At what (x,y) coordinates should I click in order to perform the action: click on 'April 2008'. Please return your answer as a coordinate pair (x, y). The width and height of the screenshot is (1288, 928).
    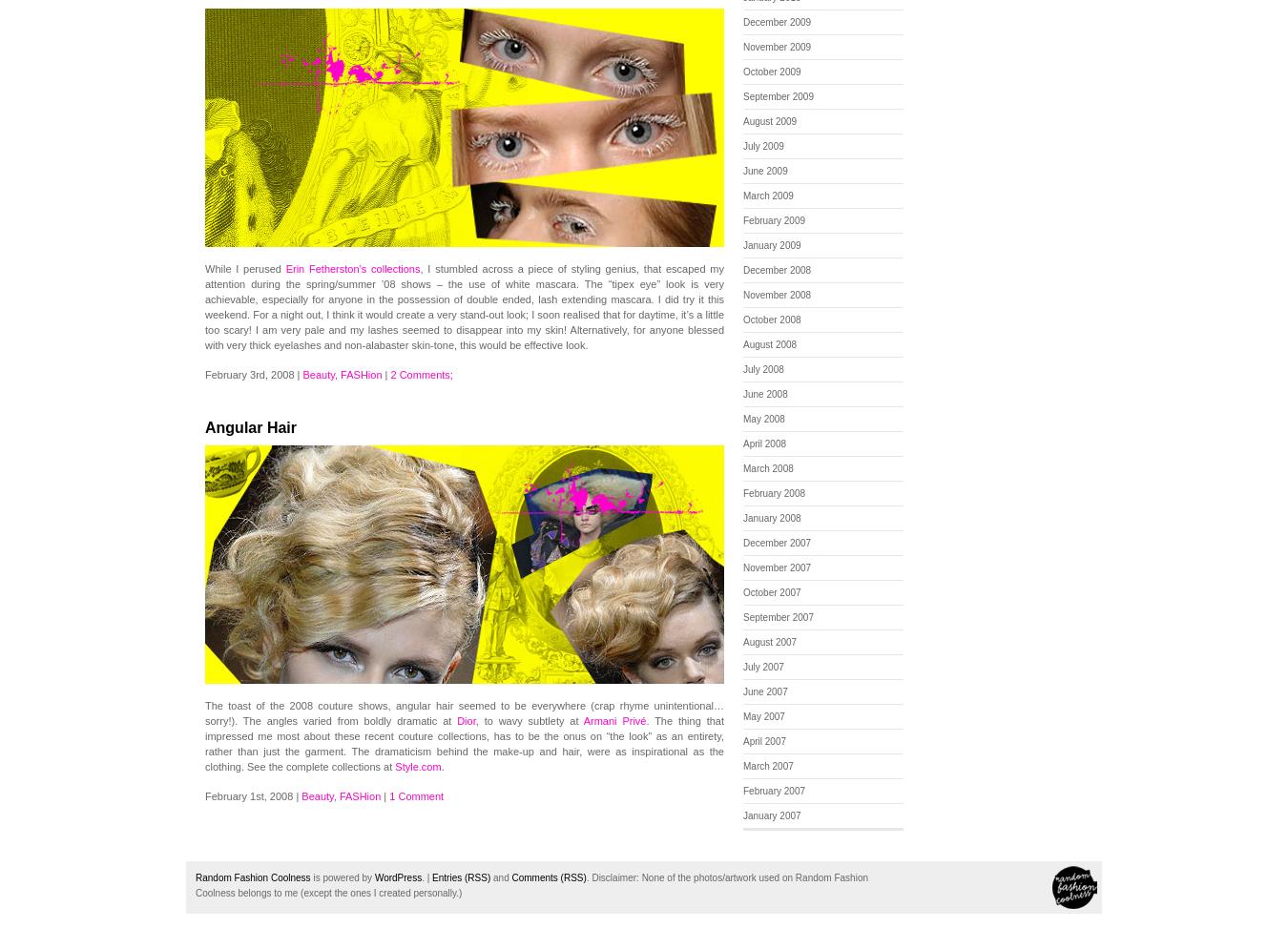
    Looking at the image, I should click on (764, 443).